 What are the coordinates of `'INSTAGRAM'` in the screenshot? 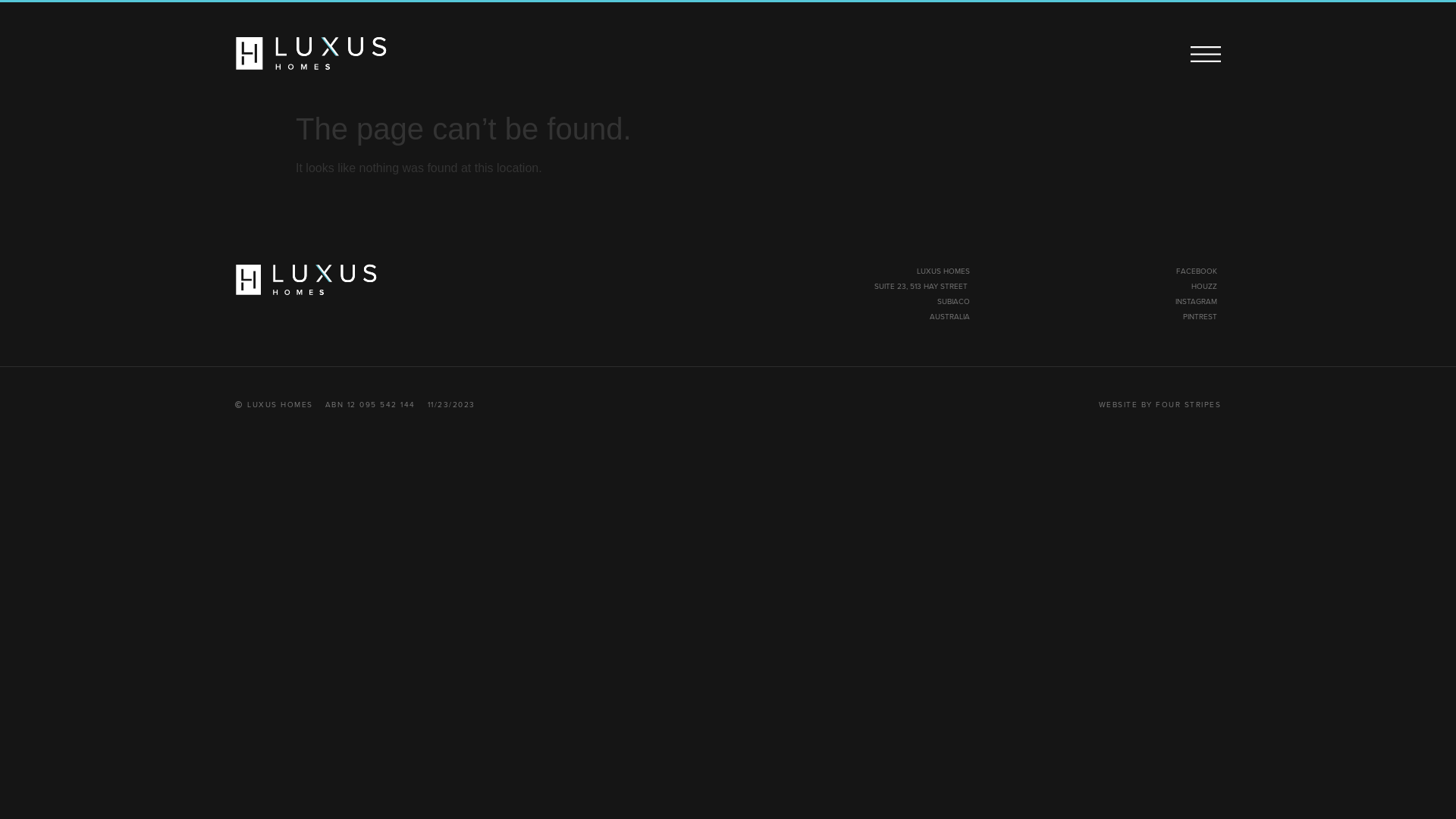 It's located at (1195, 301).